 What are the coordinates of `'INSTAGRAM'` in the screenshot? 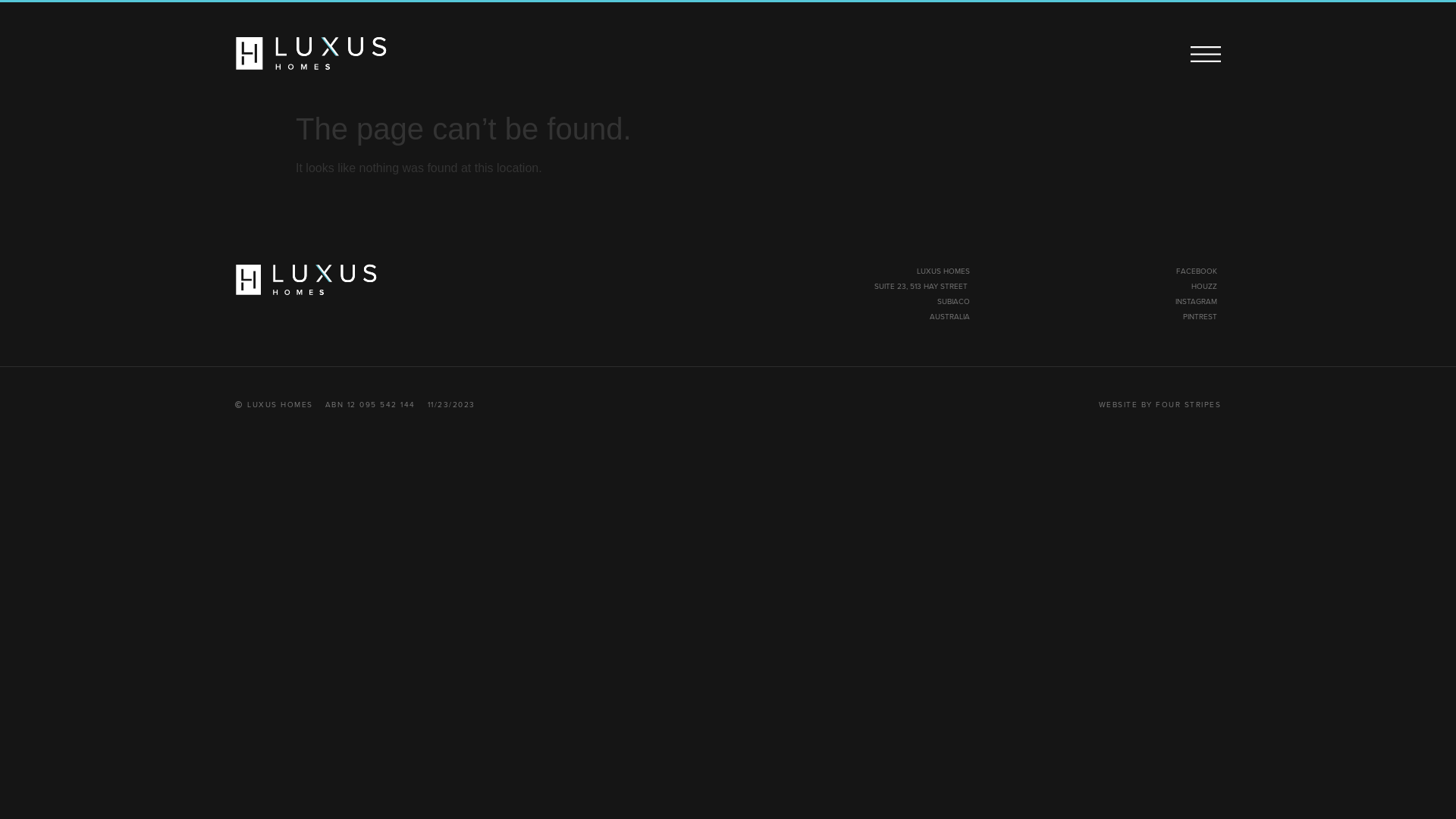 It's located at (1195, 301).